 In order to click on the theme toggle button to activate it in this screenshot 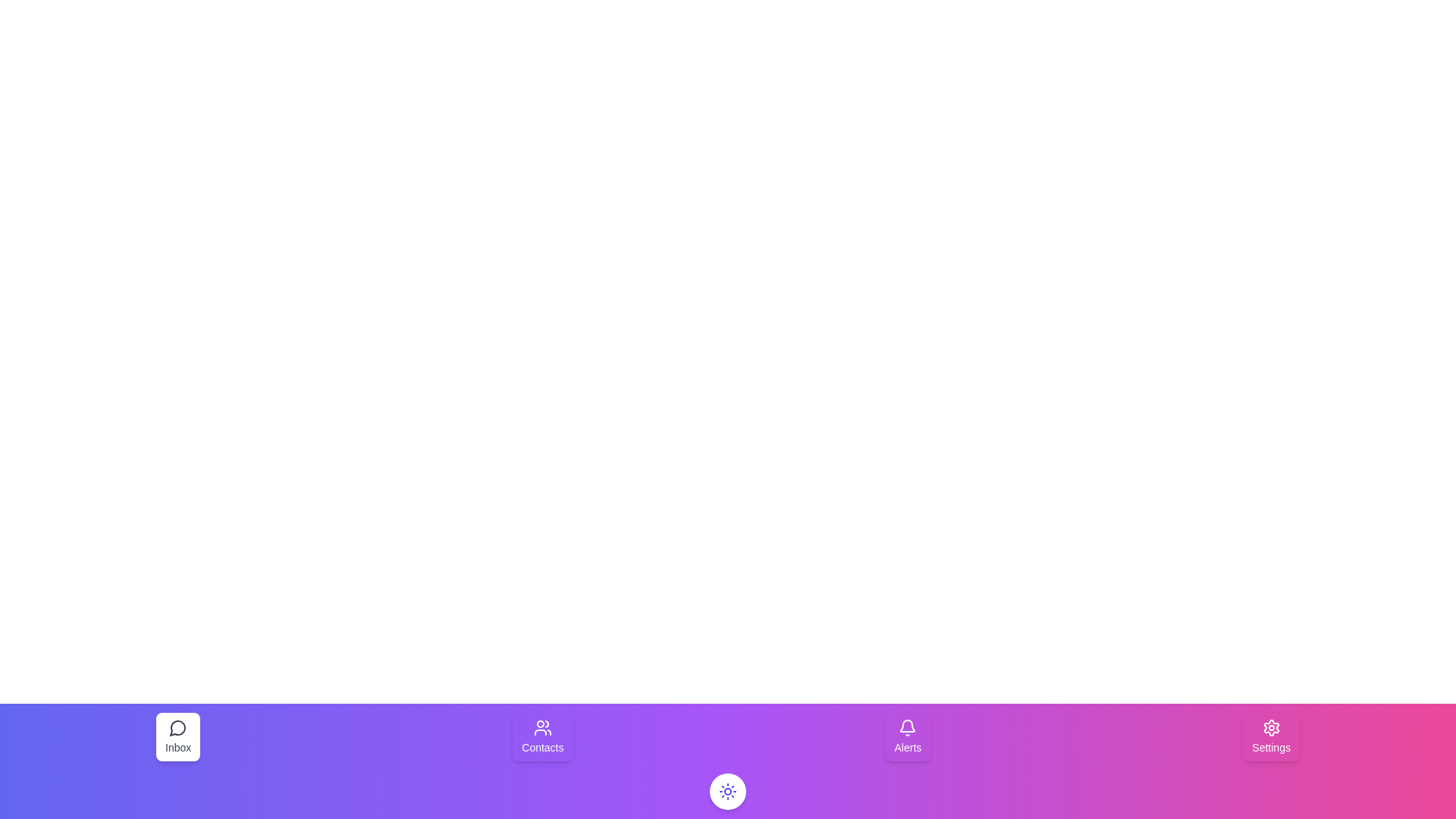, I will do `click(728, 791)`.